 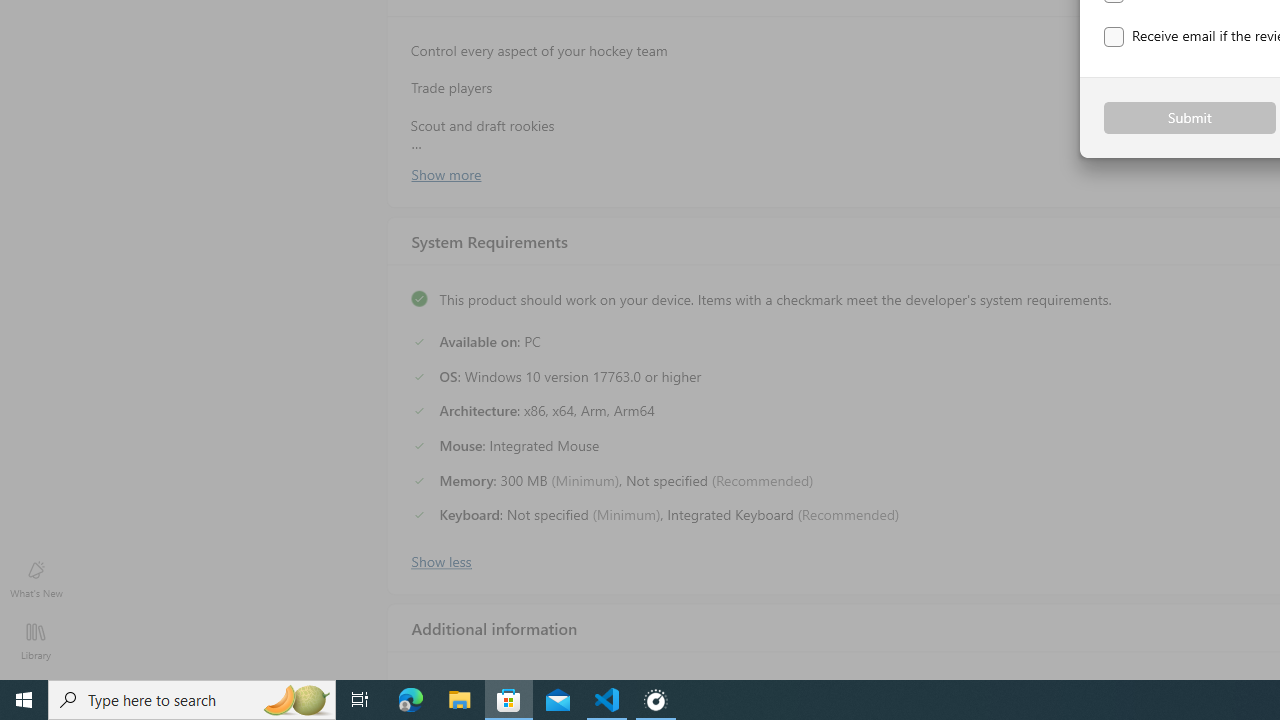 What do you see at coordinates (35, 578) in the screenshot?
I see `'What'` at bounding box center [35, 578].